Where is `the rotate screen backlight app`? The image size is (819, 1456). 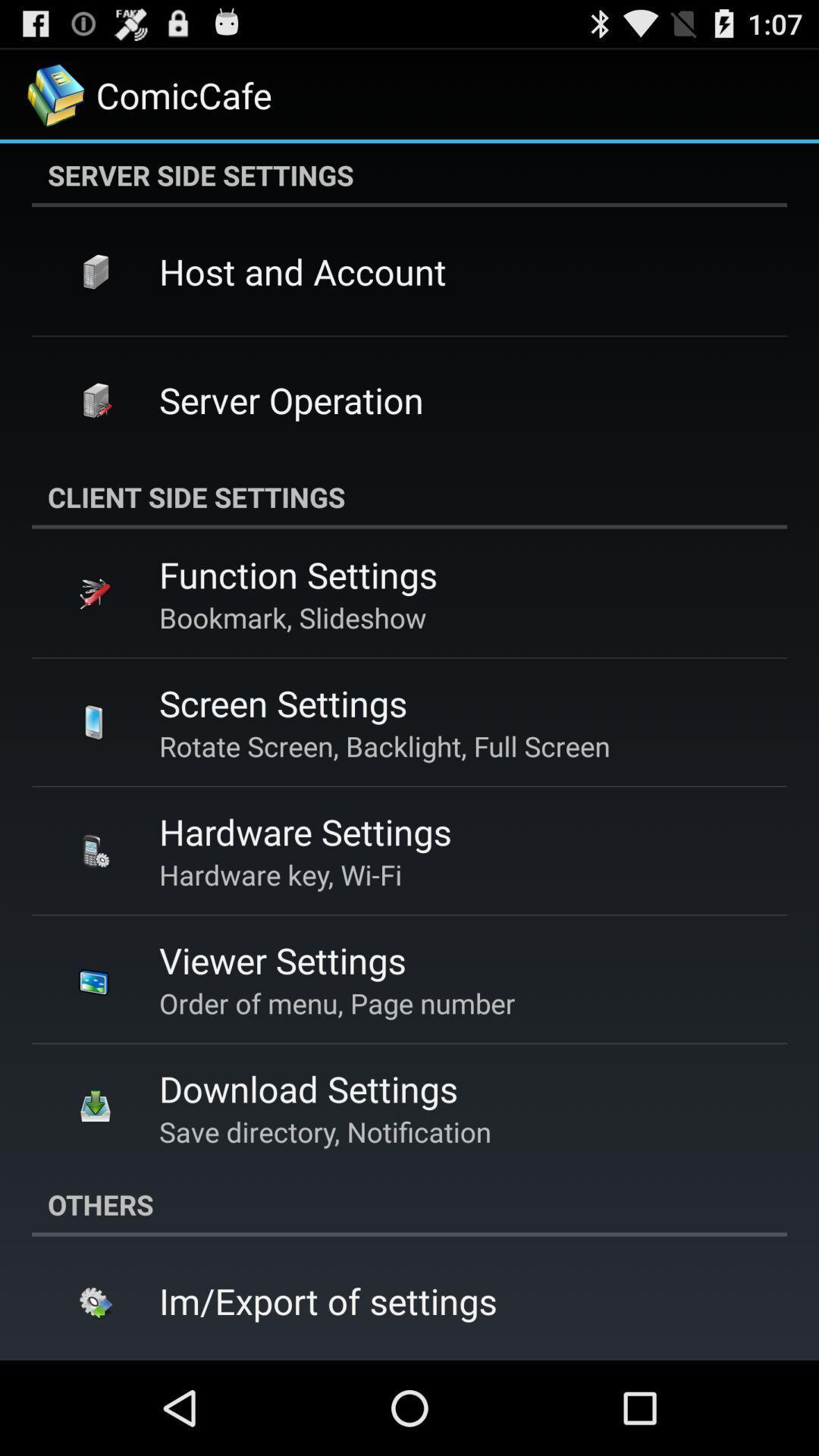 the rotate screen backlight app is located at coordinates (384, 745).